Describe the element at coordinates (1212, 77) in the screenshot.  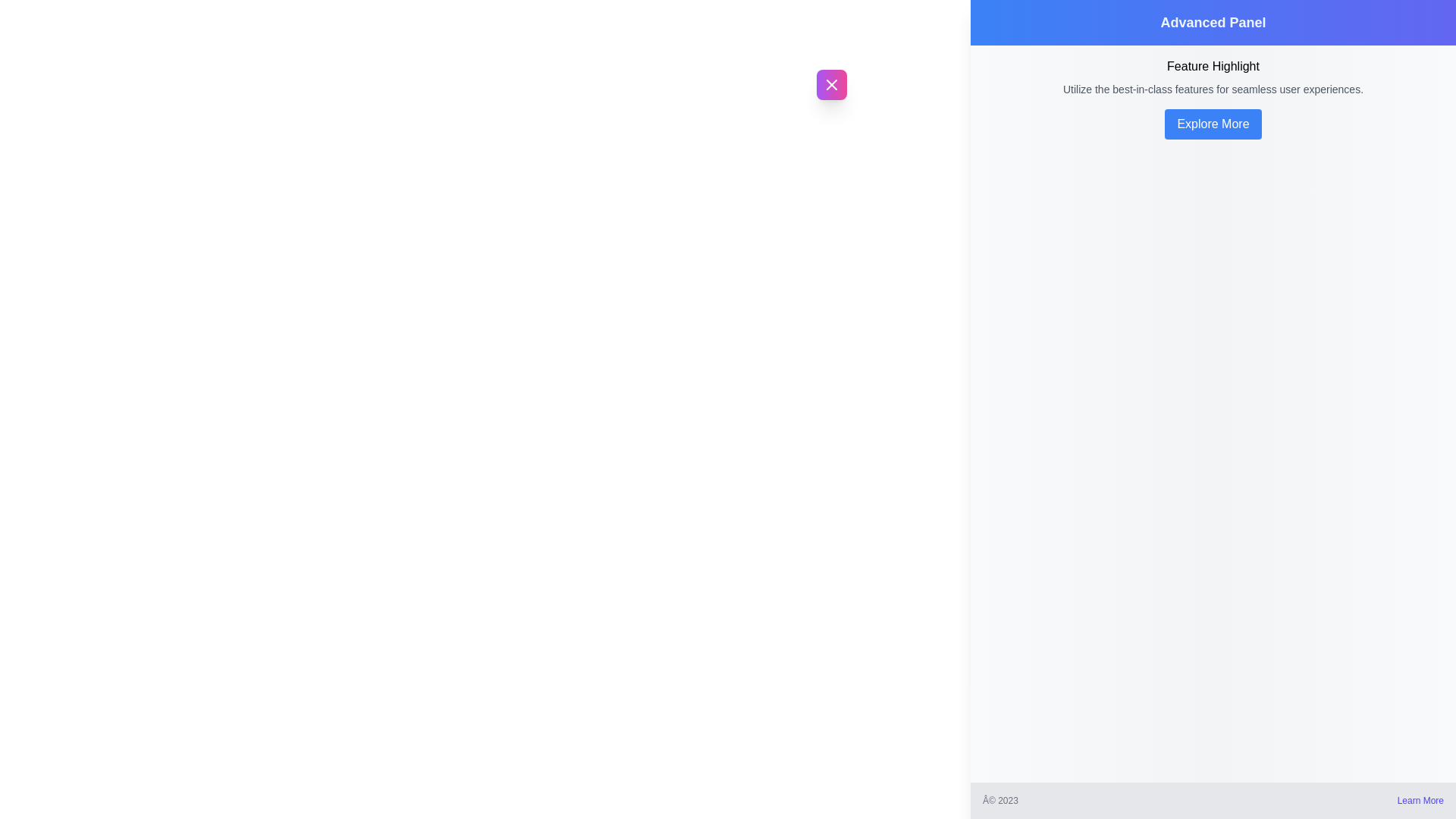
I see `the 'Feature Highlight' Text Content Block, which displays a title and description, located at the top of the right-hand section of the interface` at that location.